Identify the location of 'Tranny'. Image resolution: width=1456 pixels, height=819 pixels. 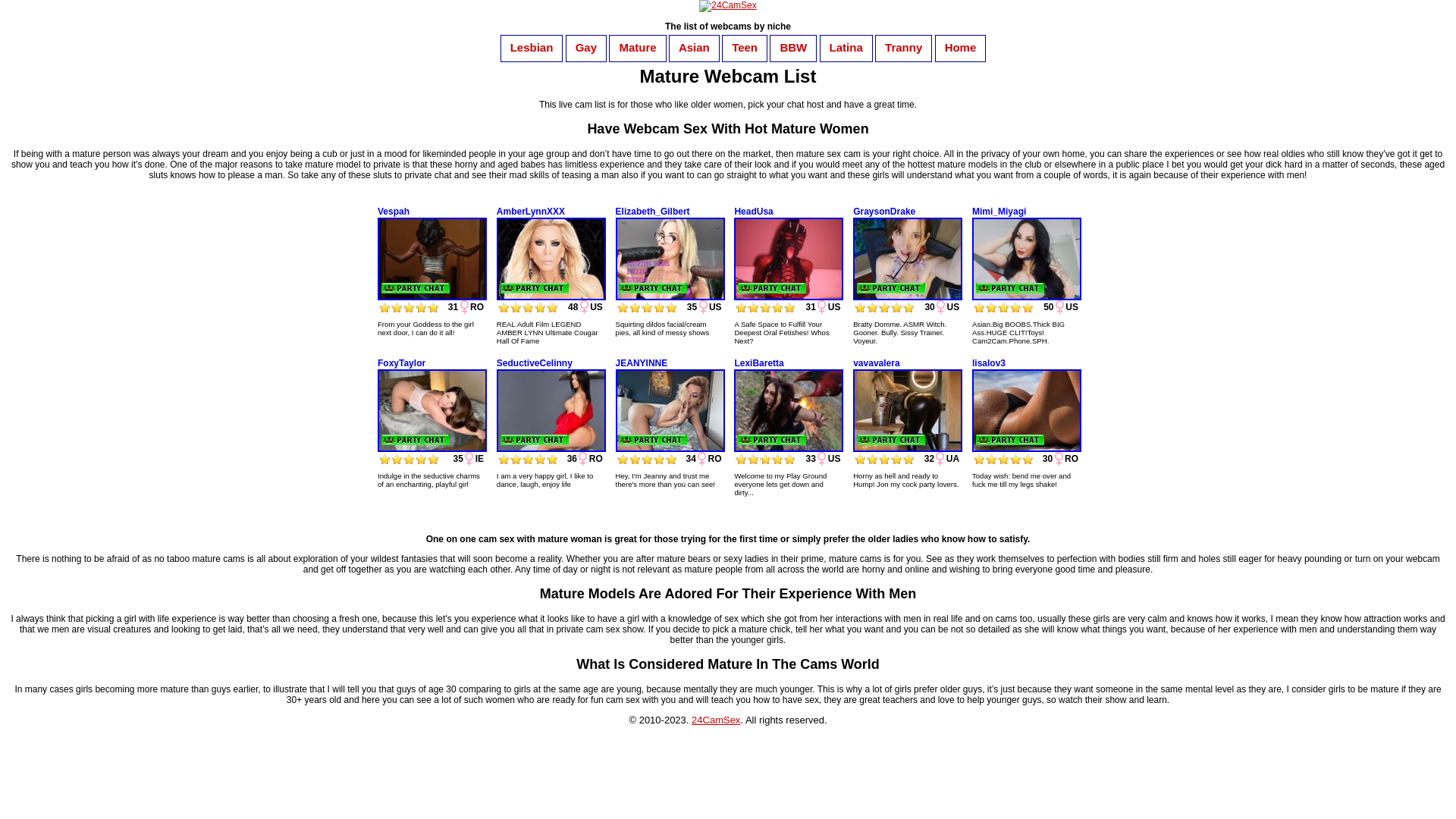
(876, 46).